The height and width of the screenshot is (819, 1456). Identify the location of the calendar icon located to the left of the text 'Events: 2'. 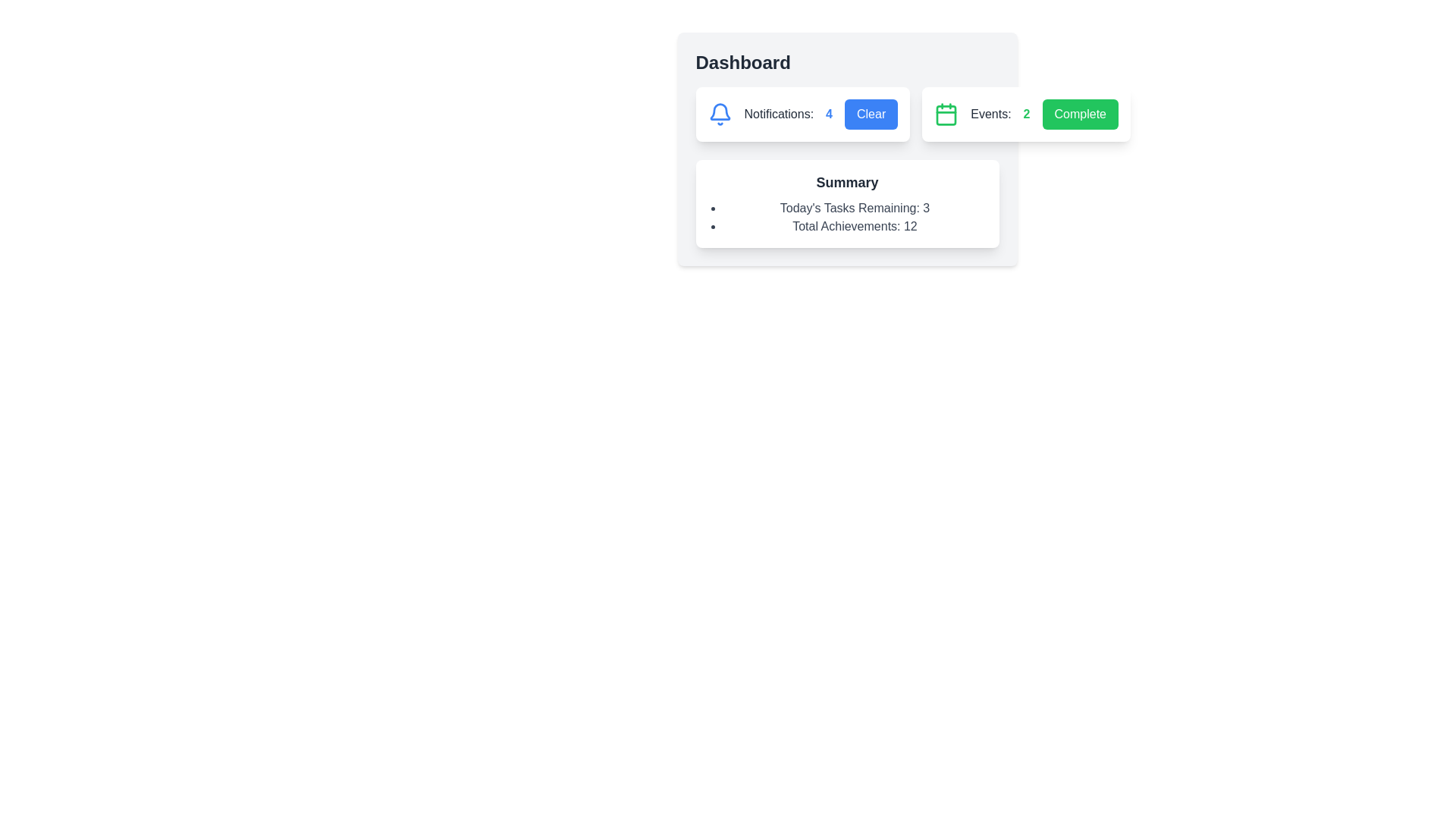
(946, 113).